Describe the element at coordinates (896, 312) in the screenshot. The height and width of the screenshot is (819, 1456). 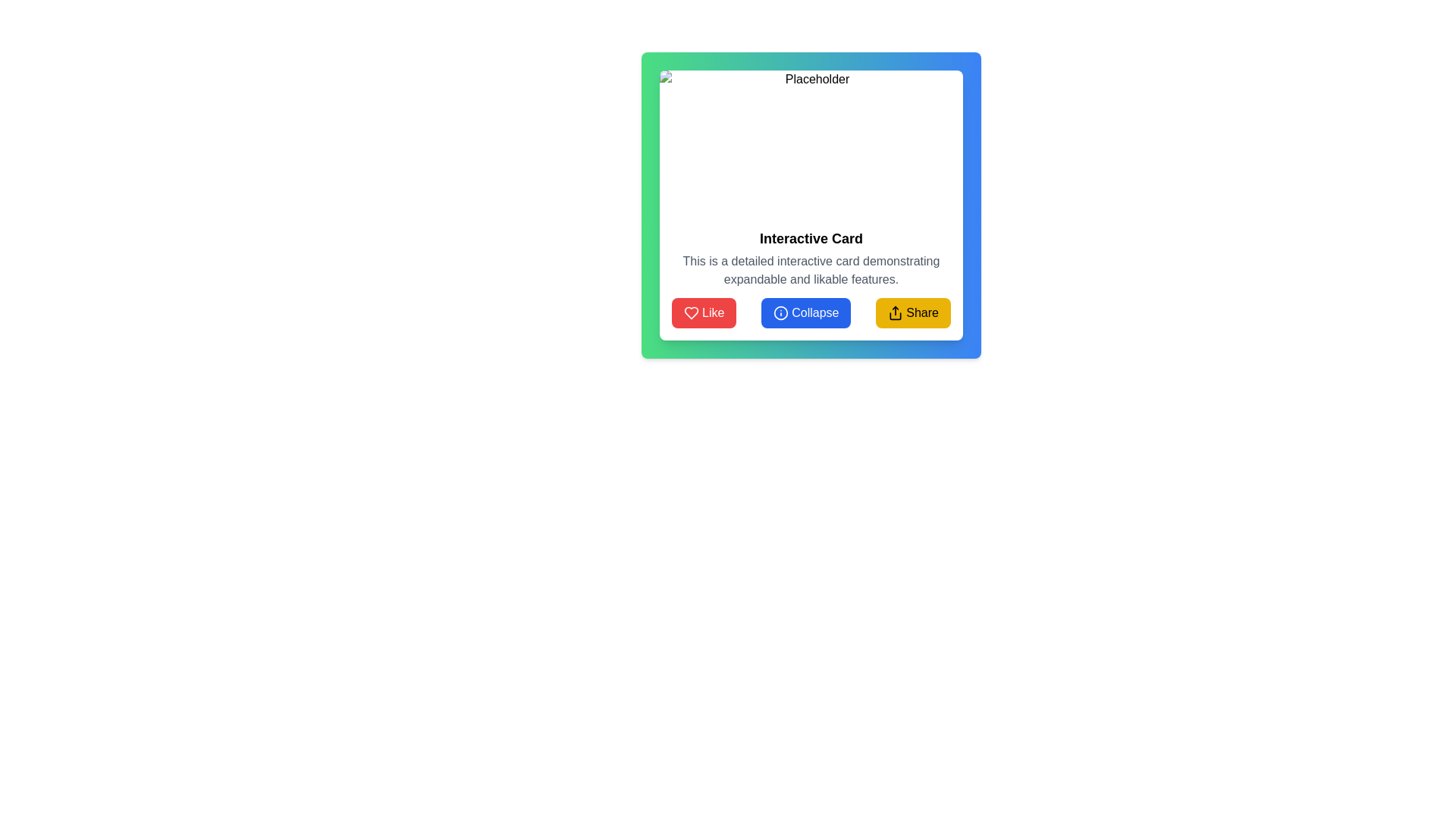
I see `the small yellow 'share' icon located to the left of the 'Share' text in the yellow button at the bottom-right of the card` at that location.